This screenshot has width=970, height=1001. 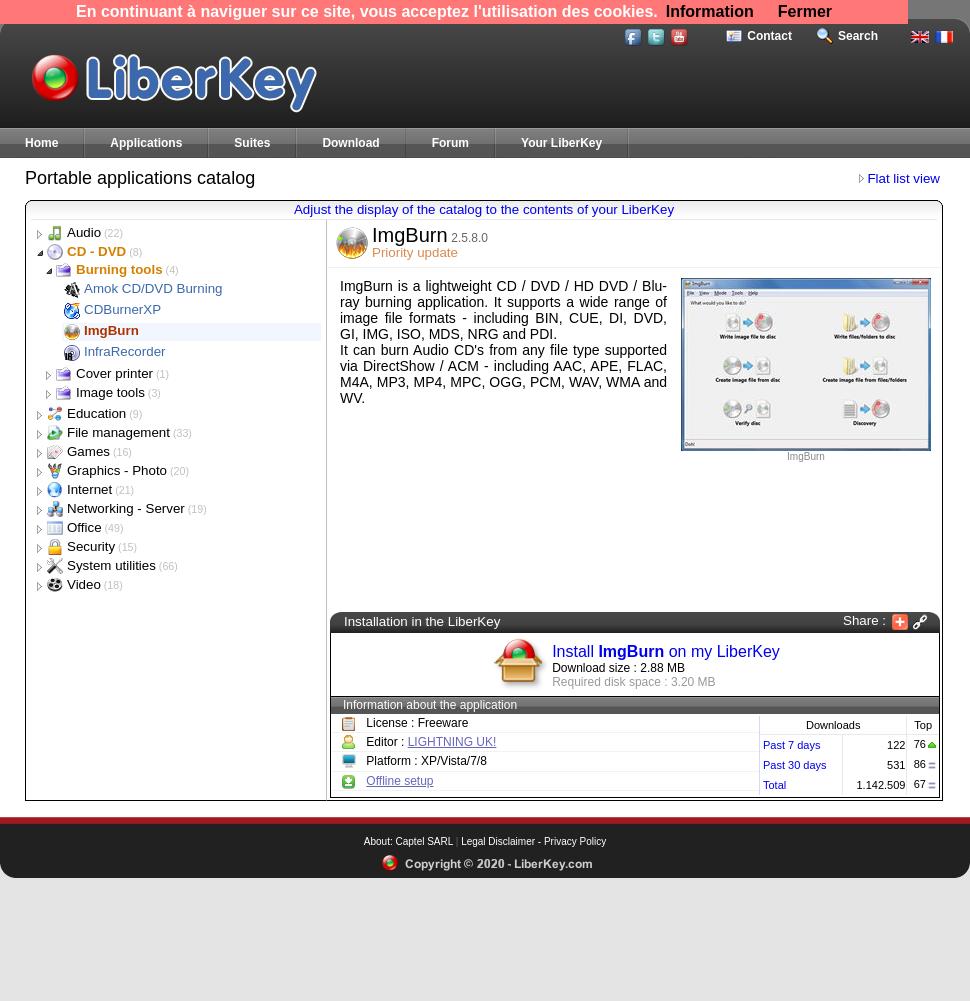 I want to click on 'Games', so click(x=86, y=451).